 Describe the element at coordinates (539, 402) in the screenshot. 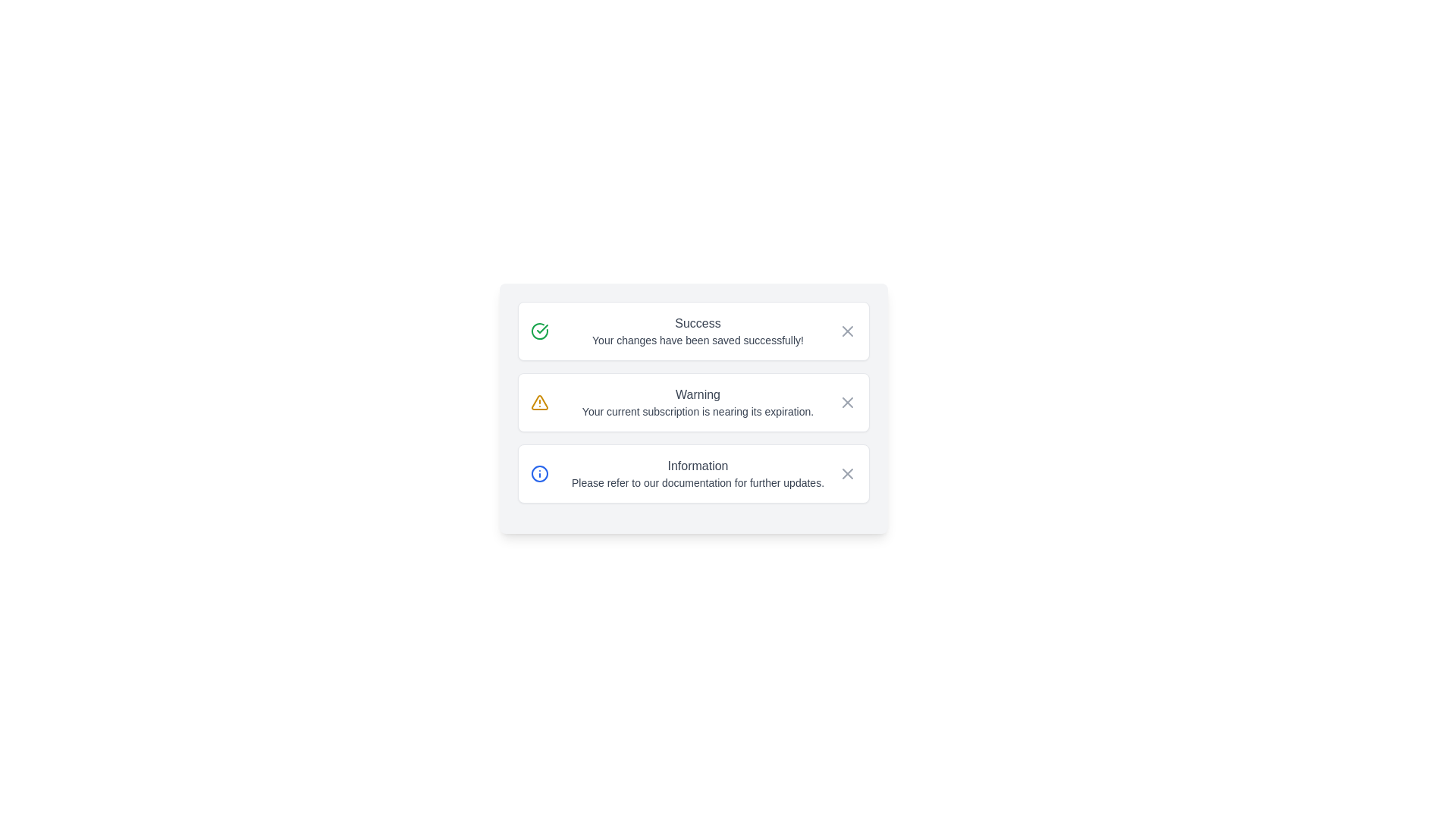

I see `the warning icon, which is the second in a vertical arrangement of three notification elements, located to the left of the text 'Warning'` at that location.